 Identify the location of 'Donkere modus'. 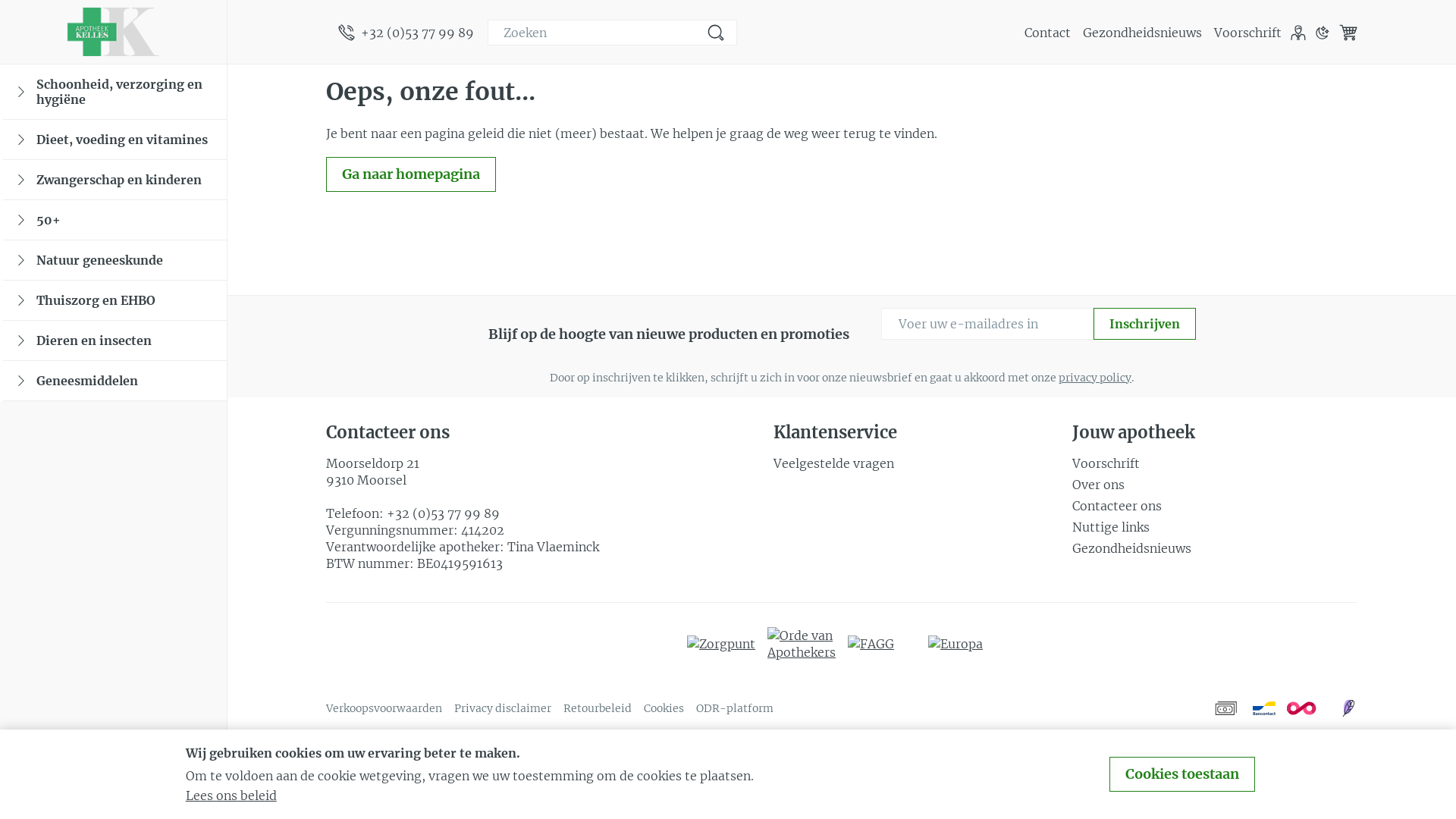
(1321, 32).